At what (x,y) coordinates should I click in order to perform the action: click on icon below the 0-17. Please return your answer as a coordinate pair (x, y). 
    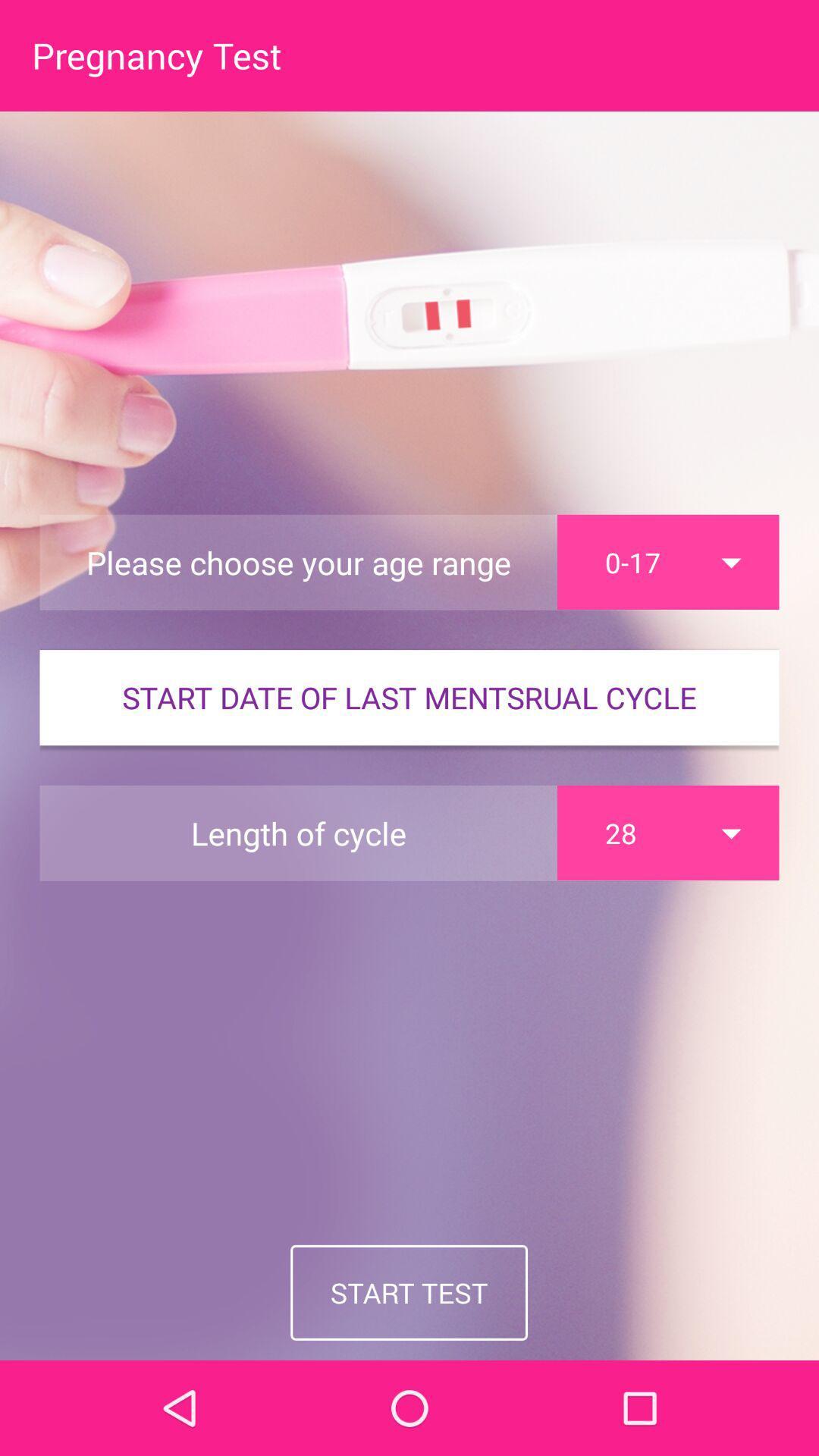
    Looking at the image, I should click on (409, 697).